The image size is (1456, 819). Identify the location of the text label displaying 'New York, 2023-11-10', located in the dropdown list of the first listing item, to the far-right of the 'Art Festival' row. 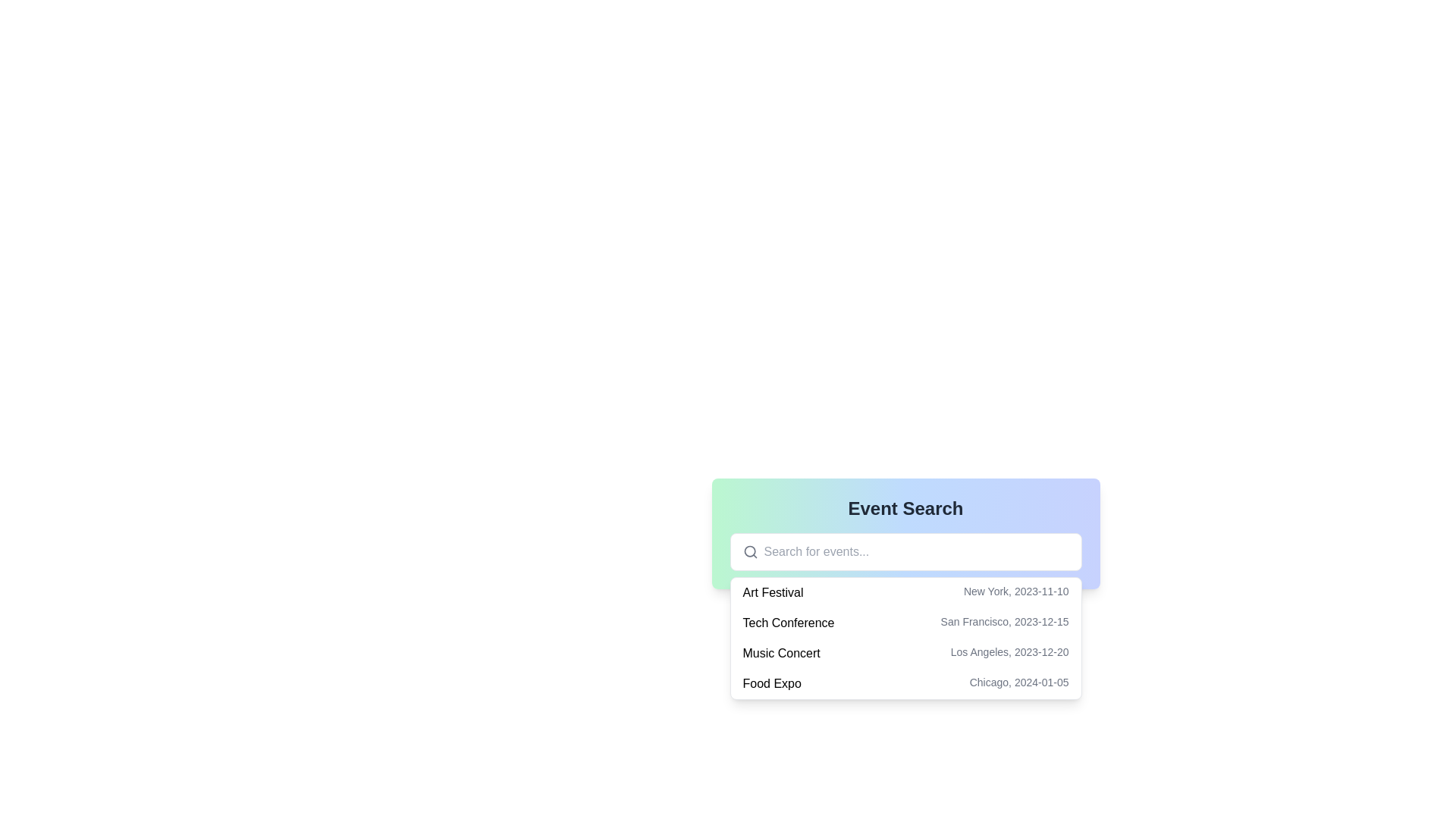
(1016, 592).